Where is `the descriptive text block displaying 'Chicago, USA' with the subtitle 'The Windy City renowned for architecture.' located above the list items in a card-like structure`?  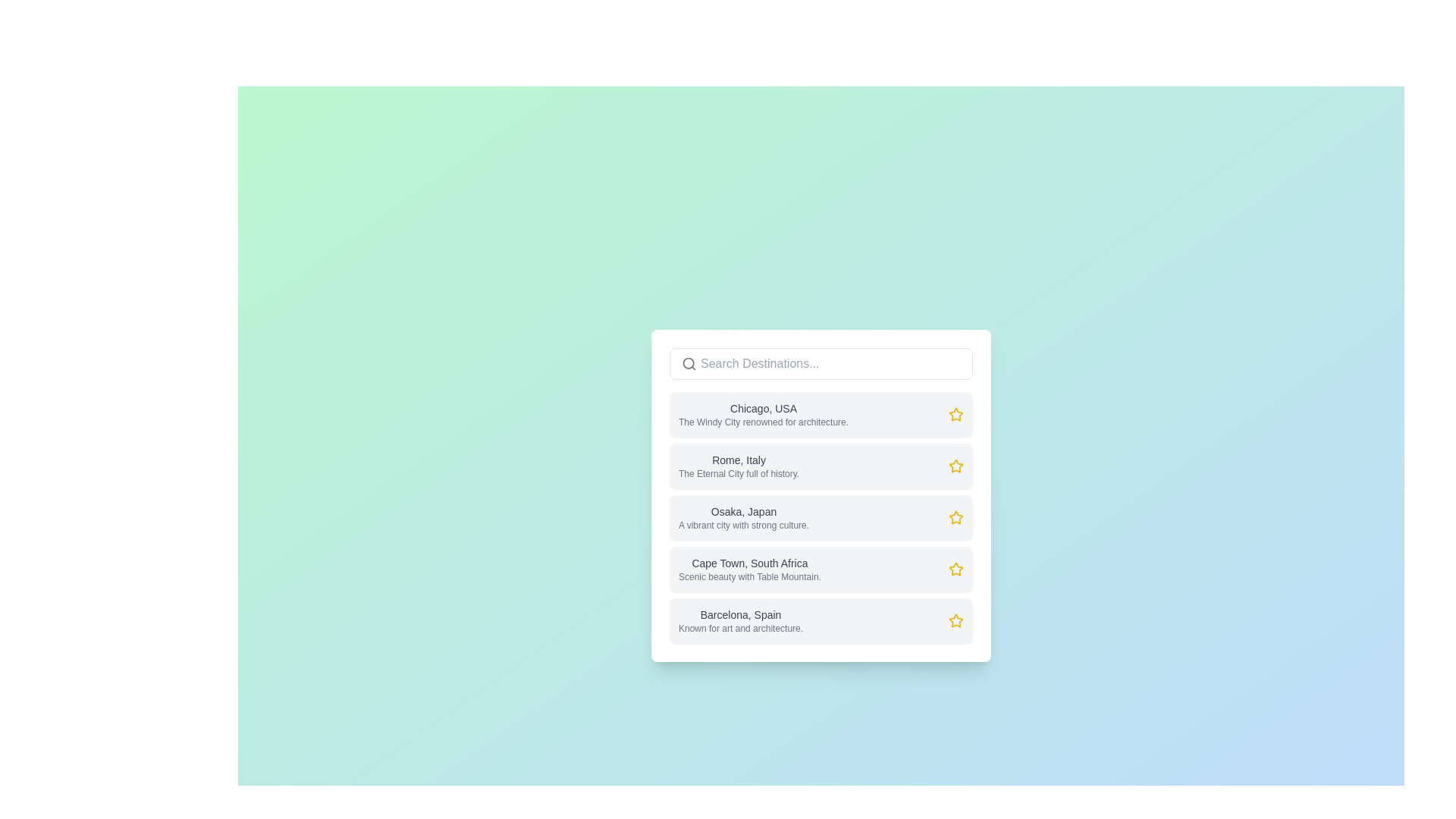
the descriptive text block displaying 'Chicago, USA' with the subtitle 'The Windy City renowned for architecture.' located above the list items in a card-like structure is located at coordinates (764, 415).